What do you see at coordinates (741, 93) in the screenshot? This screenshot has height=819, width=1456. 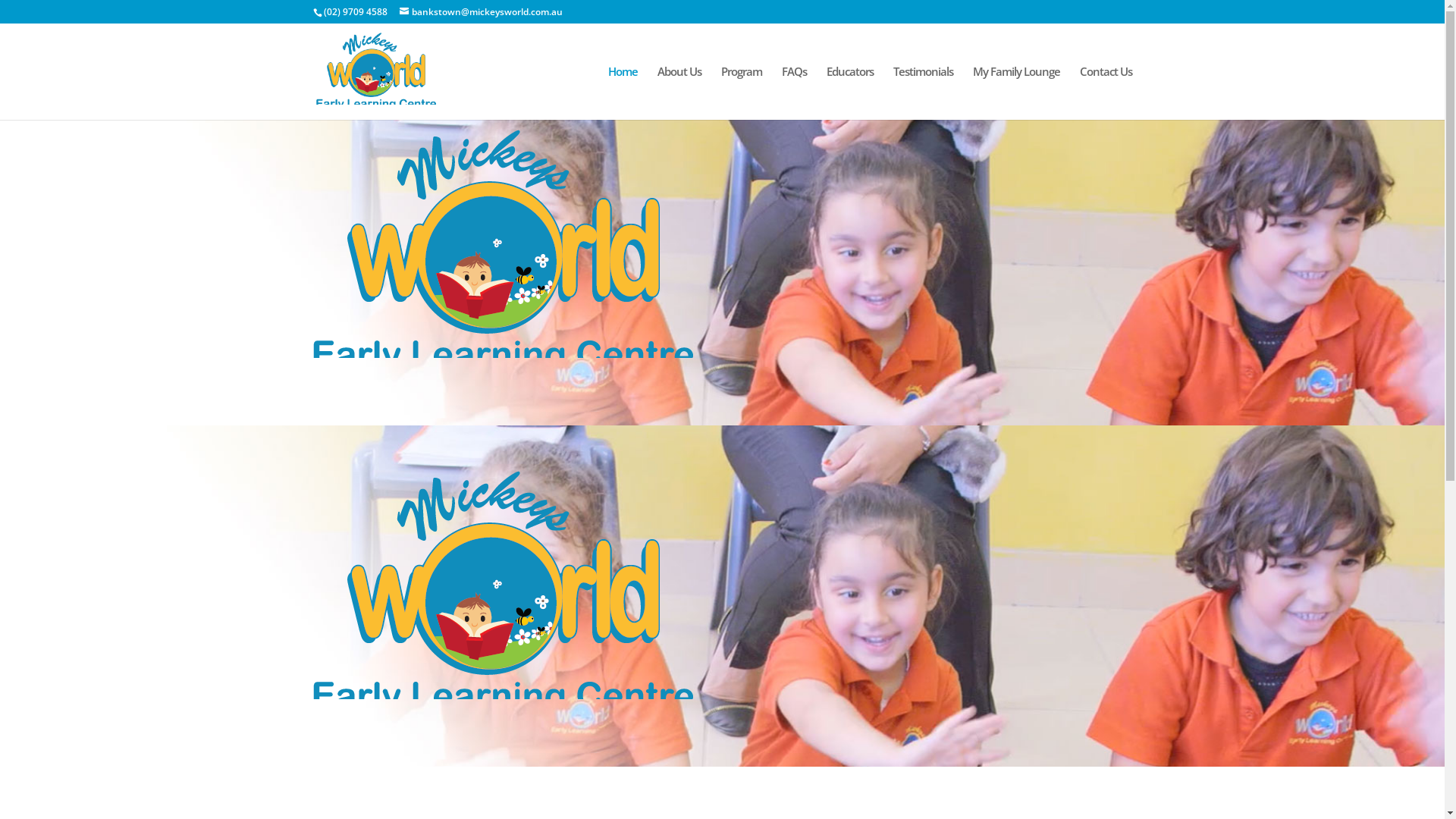 I see `'Program'` at bounding box center [741, 93].